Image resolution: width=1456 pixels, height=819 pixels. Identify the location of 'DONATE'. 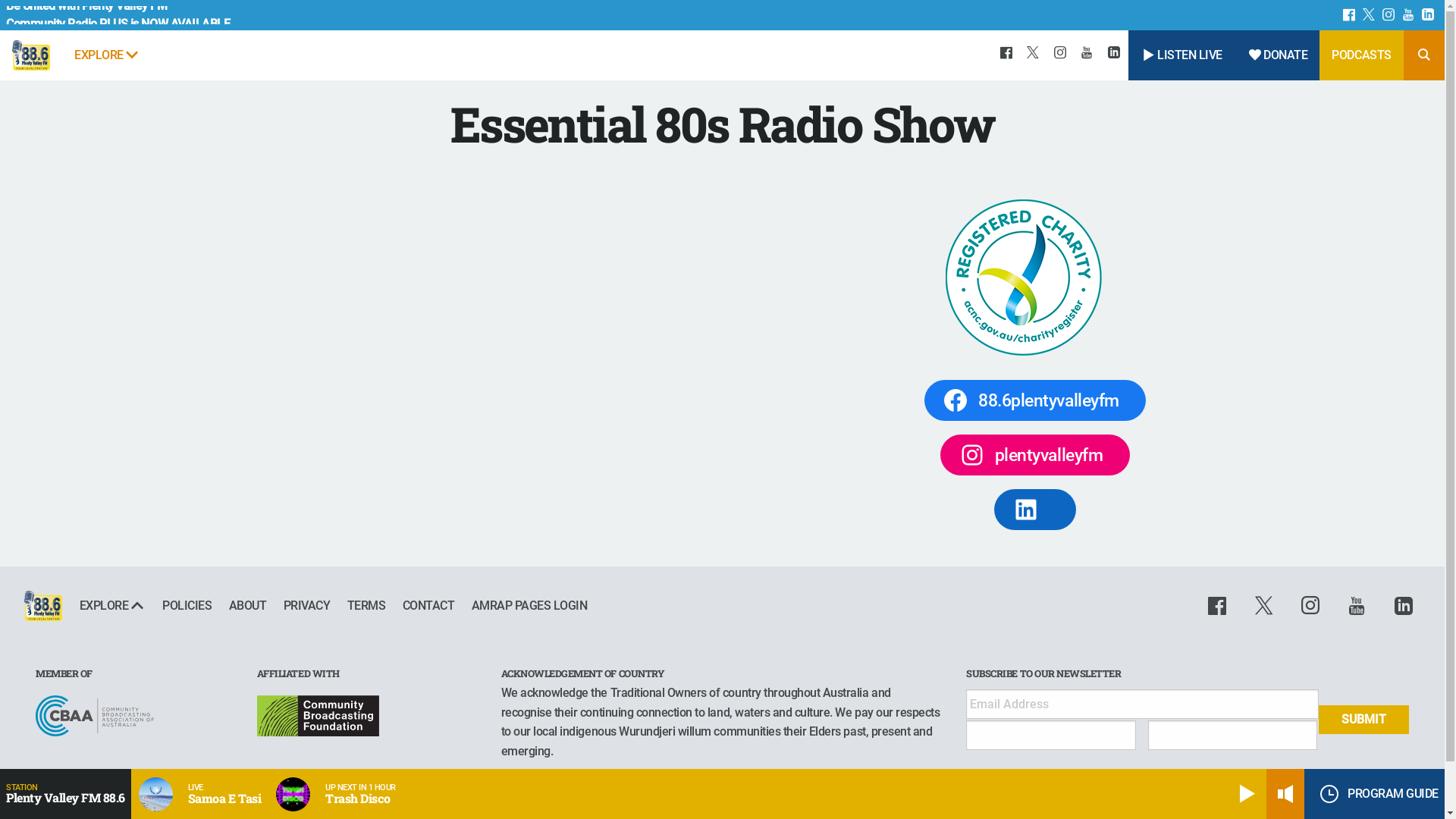
(1276, 55).